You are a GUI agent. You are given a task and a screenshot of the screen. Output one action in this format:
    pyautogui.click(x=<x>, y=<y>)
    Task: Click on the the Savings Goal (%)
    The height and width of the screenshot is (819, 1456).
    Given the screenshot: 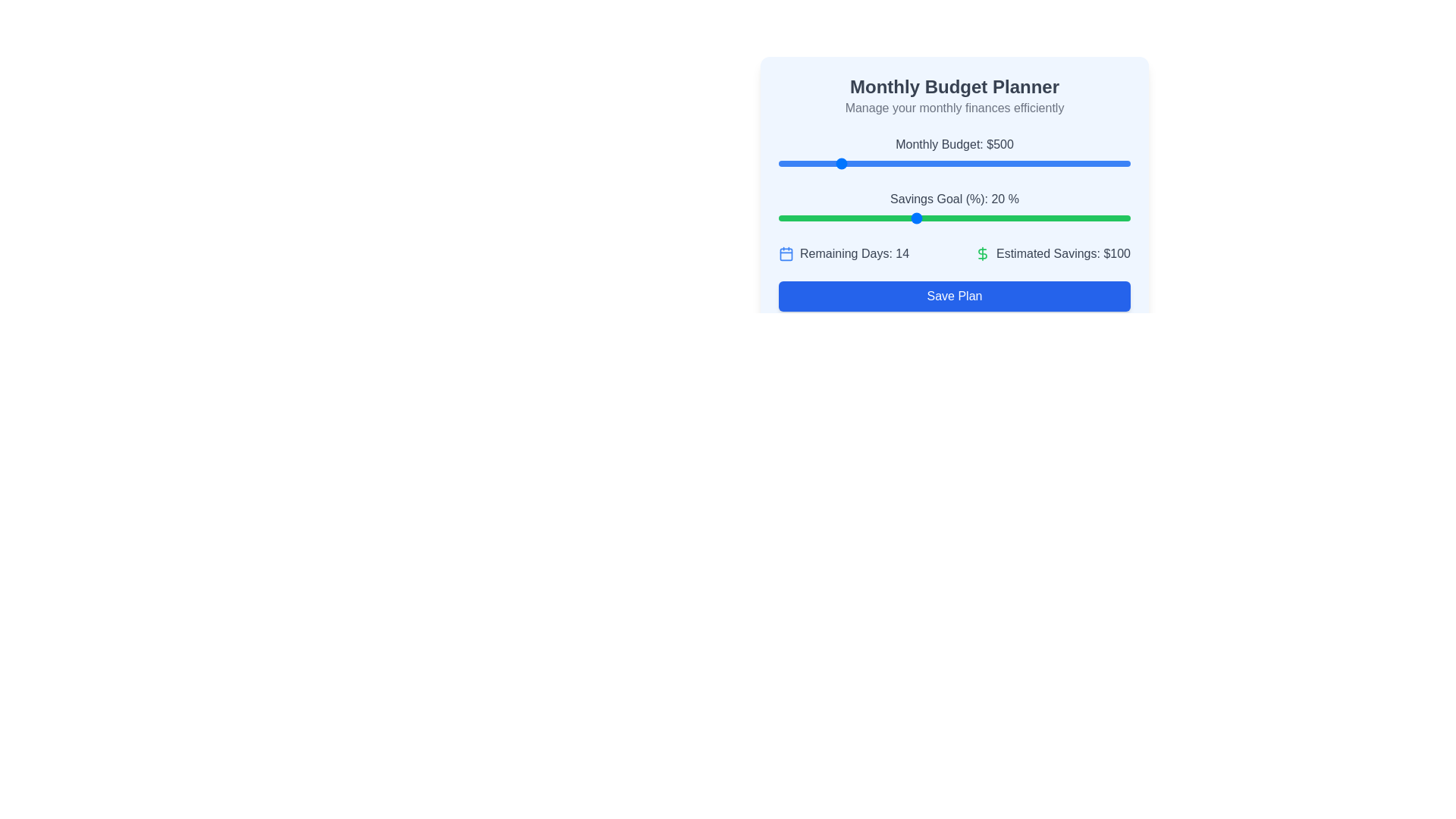 What is the action you would take?
    pyautogui.click(x=1036, y=218)
    